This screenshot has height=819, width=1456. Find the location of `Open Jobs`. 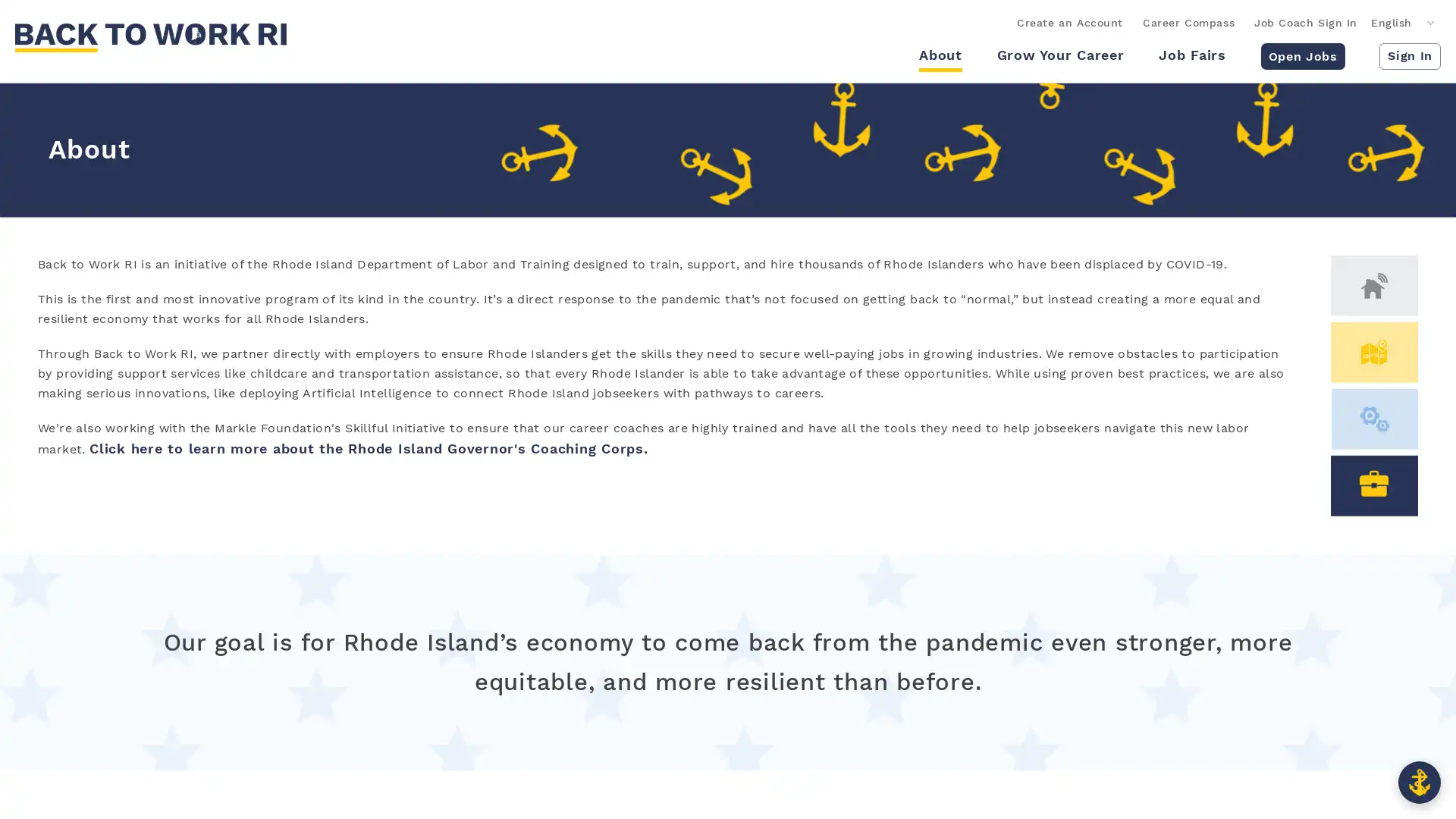

Open Jobs is located at coordinates (1301, 55).